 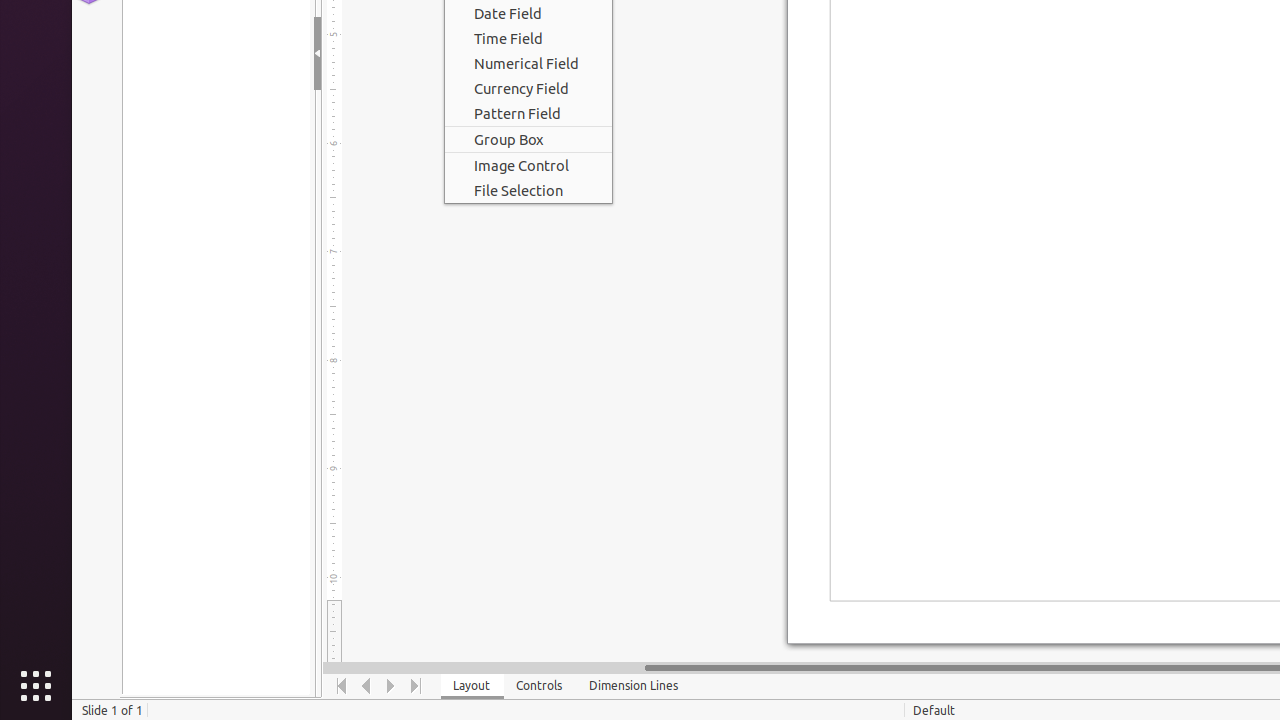 I want to click on 'Show Applications', so click(x=35, y=685).